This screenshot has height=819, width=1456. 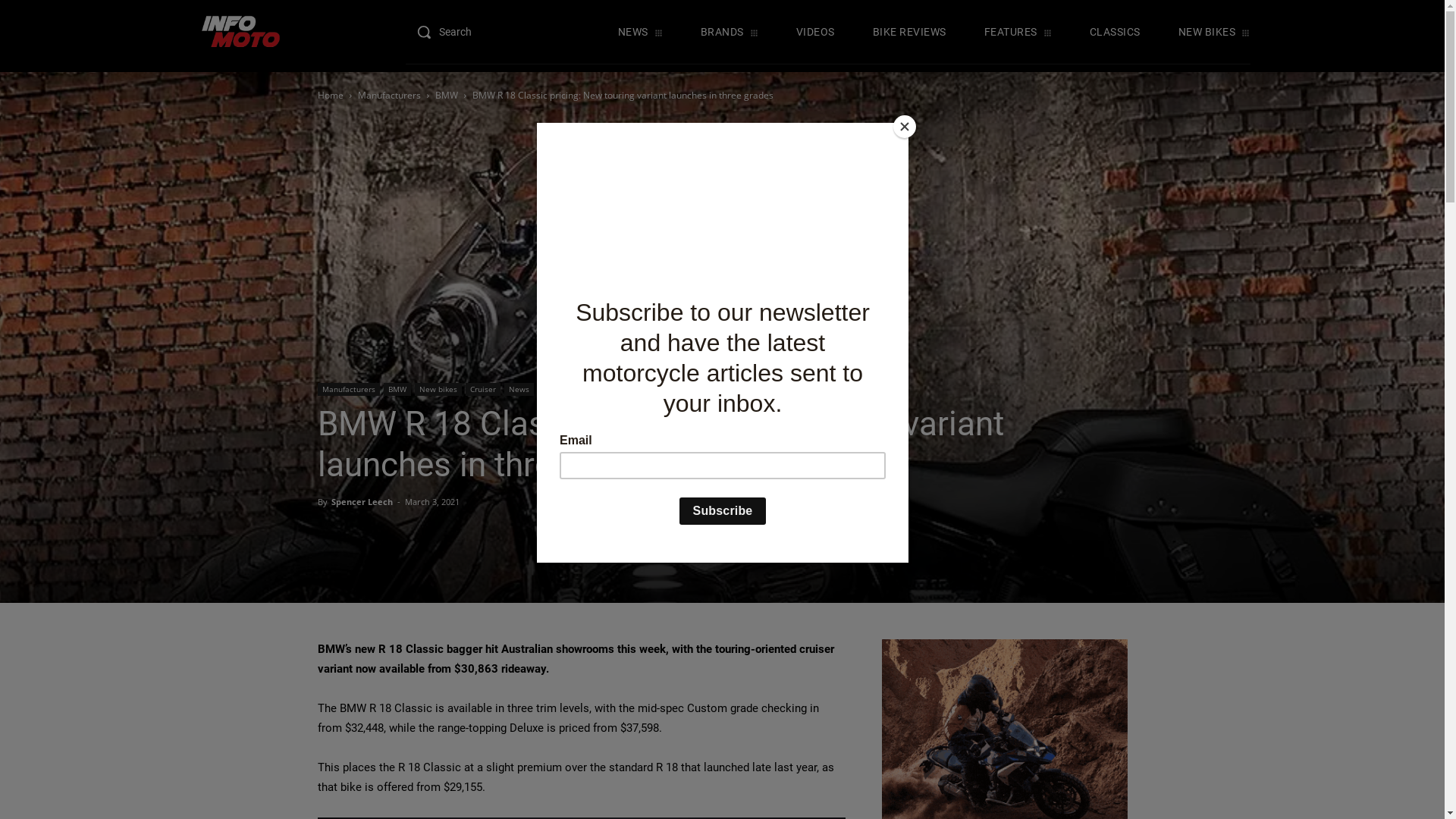 I want to click on 'BRANDS', so click(x=729, y=32).